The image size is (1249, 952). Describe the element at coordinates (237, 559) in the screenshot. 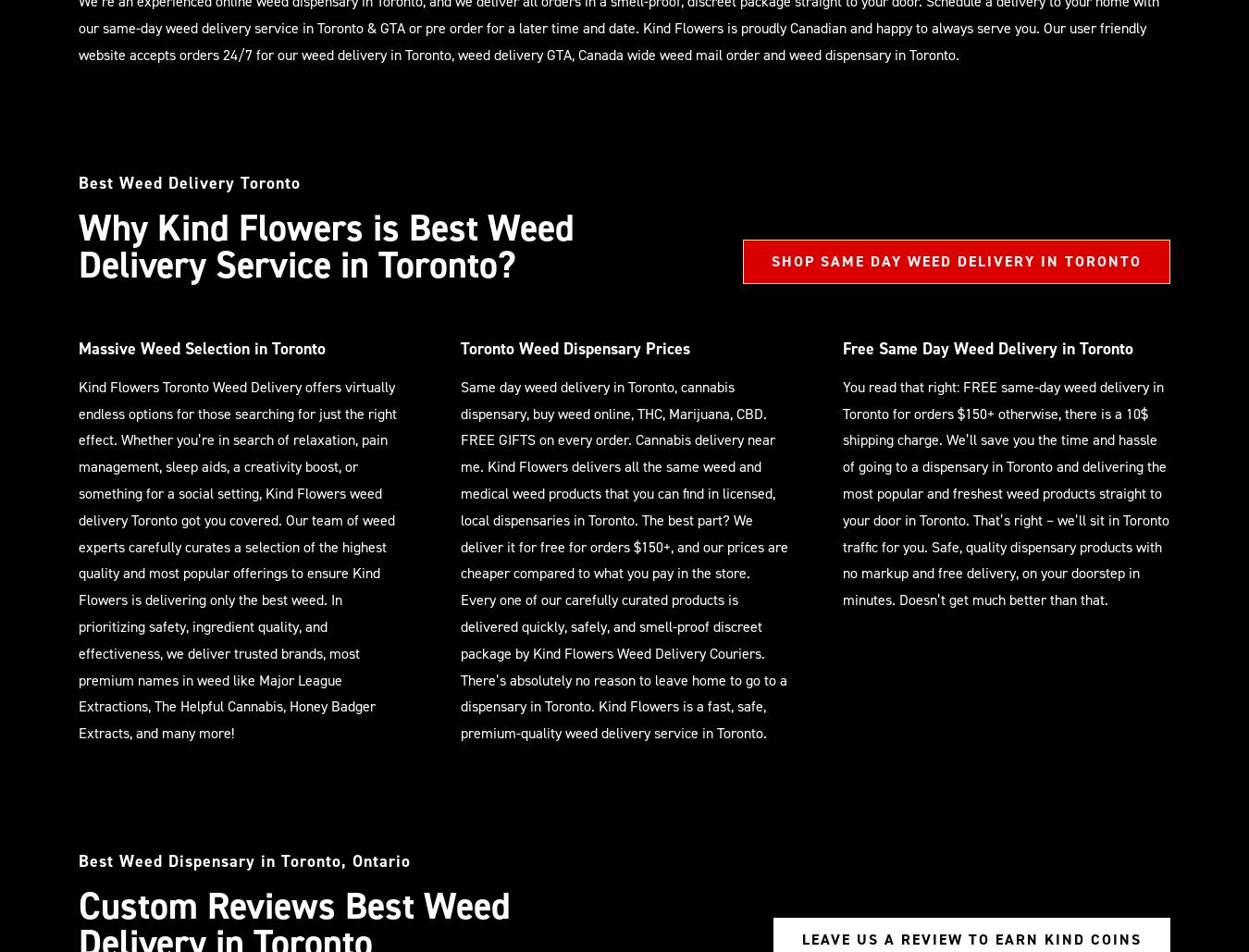

I see `'Kind Flowers Toronto Weed Delivery offers virtually endless options for those searching for just the right effect. Whether you’re in search of relaxation, pain management, sleep aids, a creativity boost, or something for a social setting, Kind Flowers weed delivery Toronto got you covered. Our team of weed experts carefully curates a selection of the highest quality and most popular offerings to ensure Kind Flowers is delivering only the best weed. In prioritizing safety, ingredient quality, and effectiveness, we deliver trusted brands, most premium names in weed like Major League Extractions, The Helpful Cannabis, Honey Badger Extracts, and many more!'` at that location.